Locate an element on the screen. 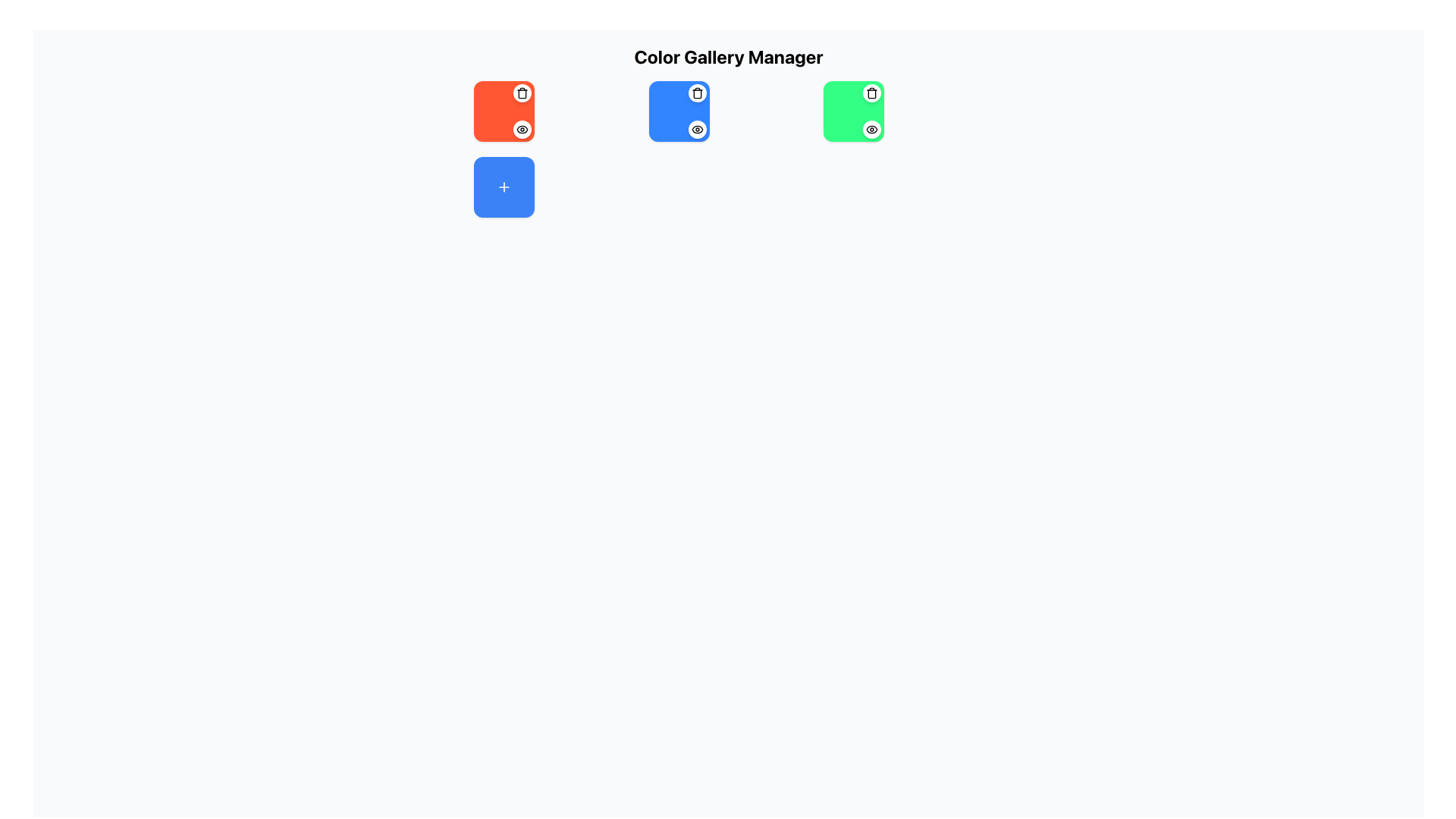 The width and height of the screenshot is (1456, 819). the interactive eye button located at the bottom-right corner of the blue square in the Color Gallery Manager interface is located at coordinates (696, 128).